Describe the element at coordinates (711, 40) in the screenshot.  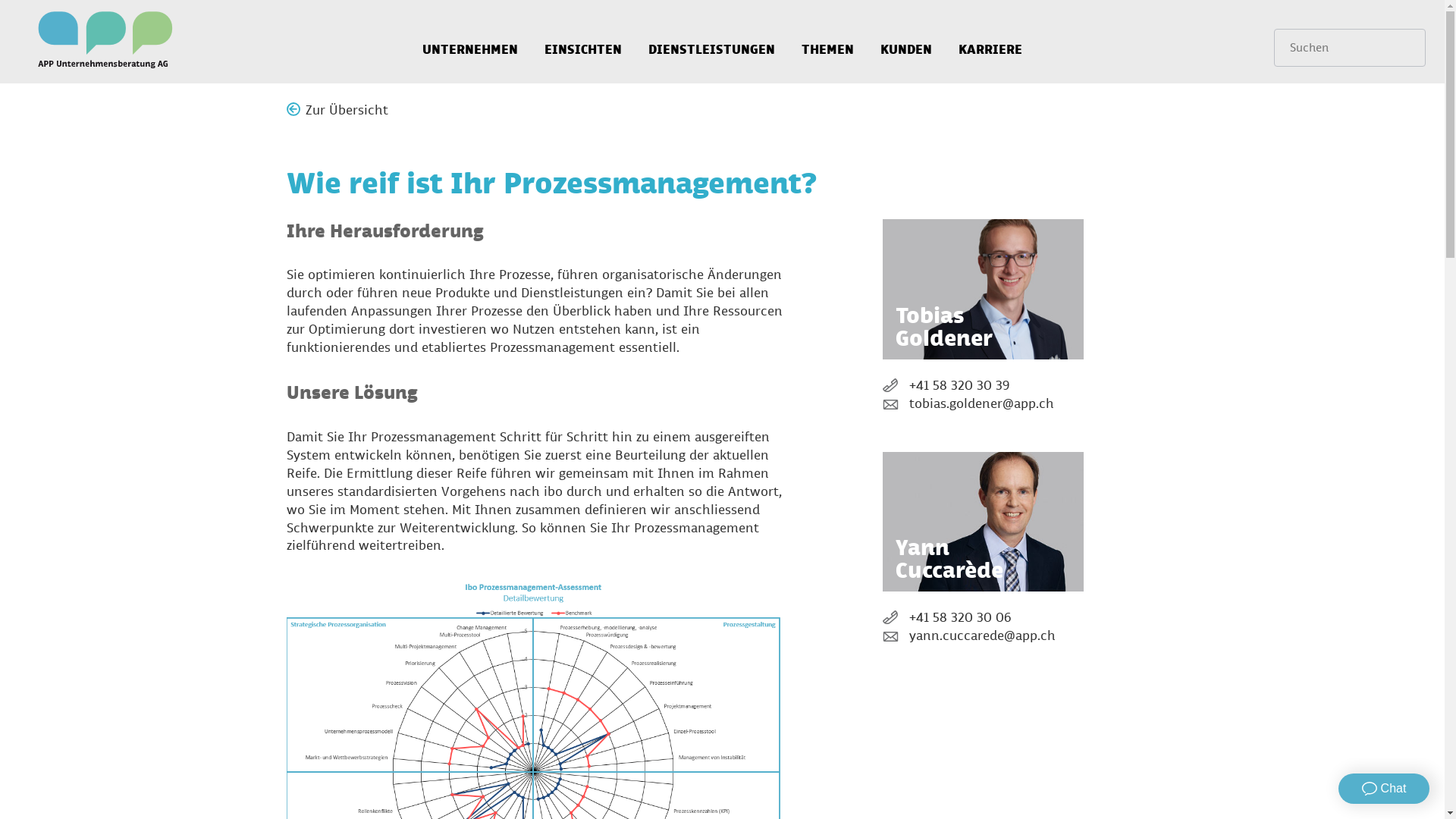
I see `'DIENSTLEISTUNGEN'` at that location.